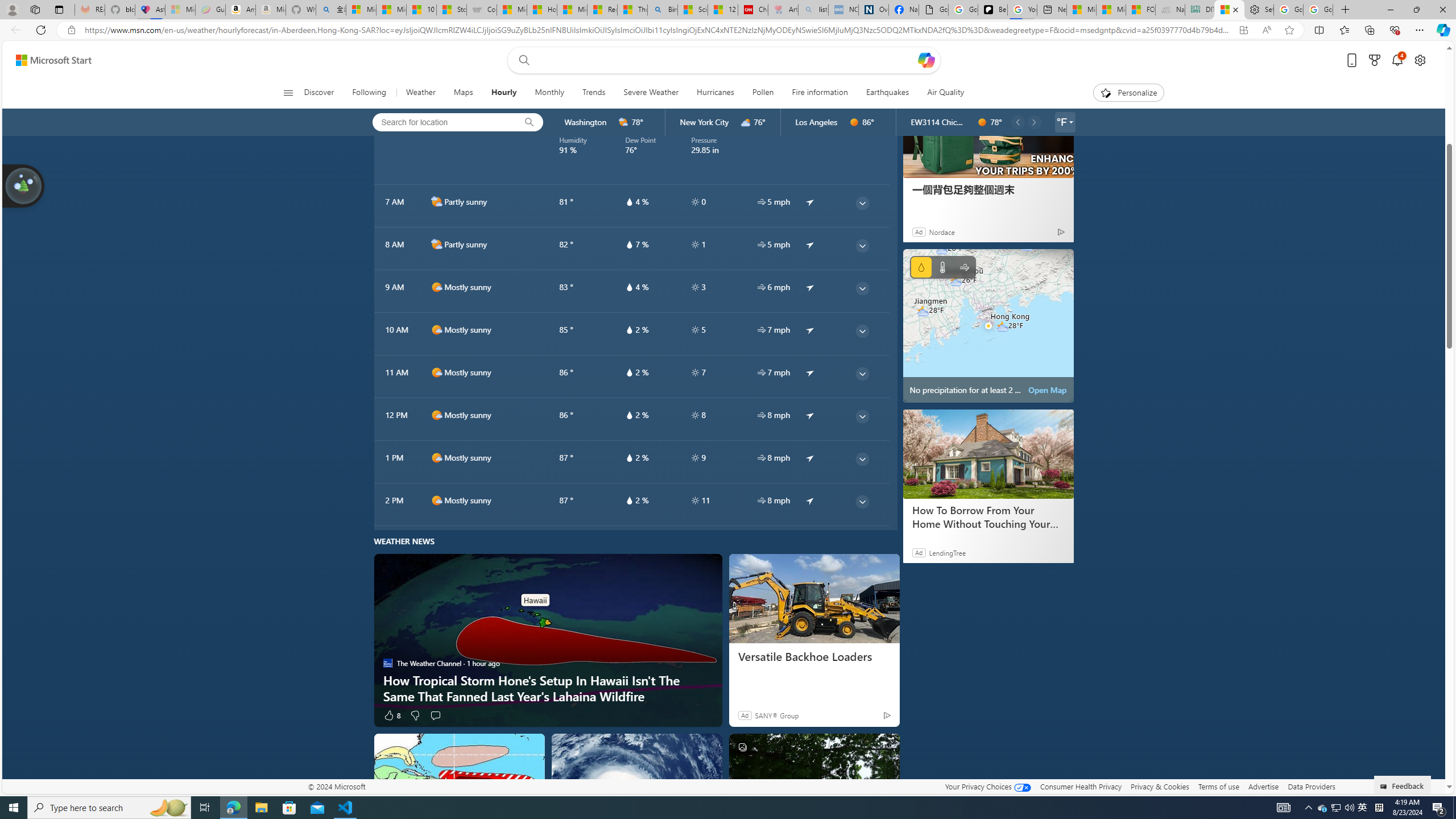 The height and width of the screenshot is (819, 1456). What do you see at coordinates (920, 267) in the screenshot?
I see `'Precipitation'` at bounding box center [920, 267].